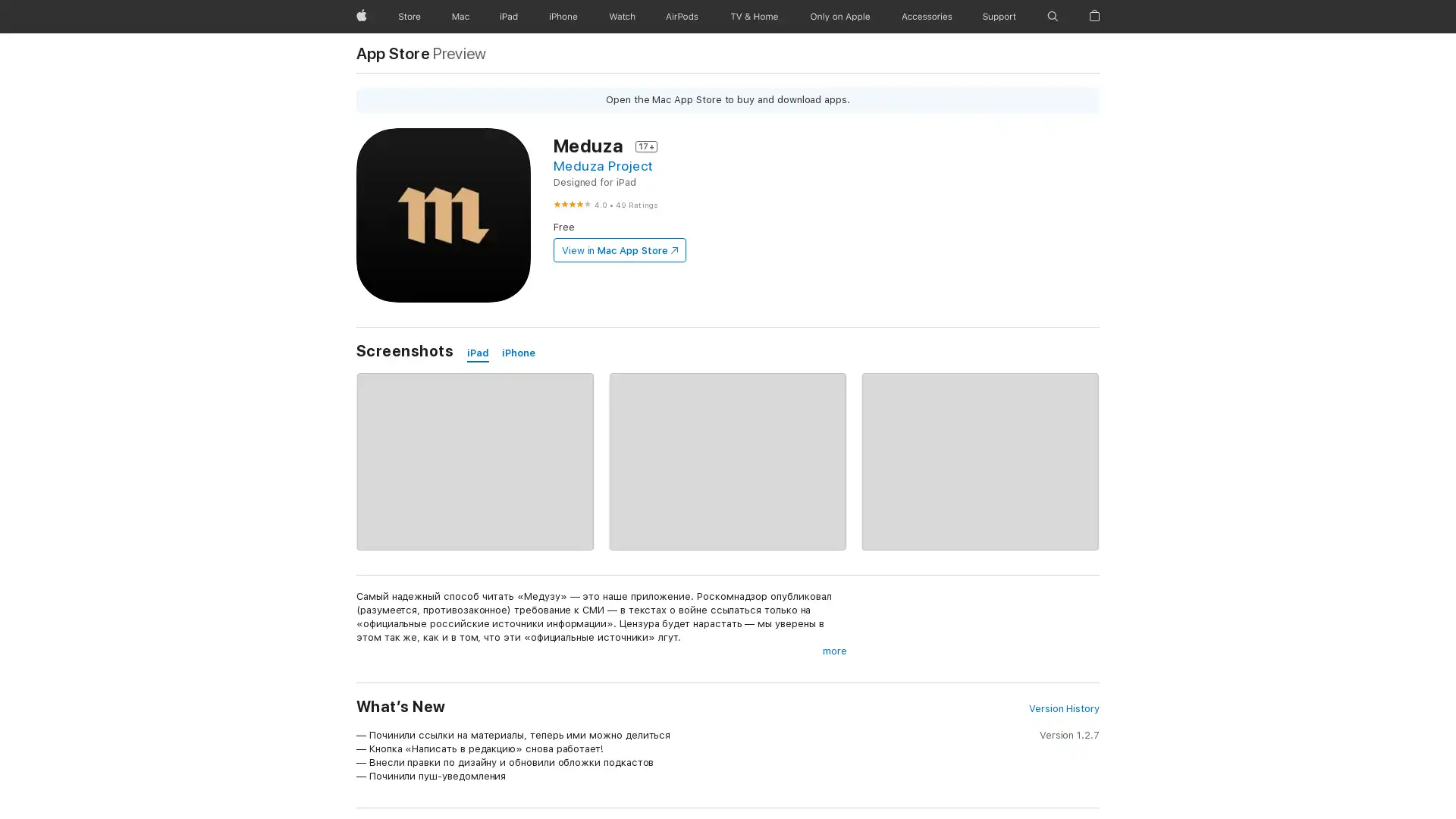 This screenshot has height=819, width=1456. I want to click on more, so click(833, 651).